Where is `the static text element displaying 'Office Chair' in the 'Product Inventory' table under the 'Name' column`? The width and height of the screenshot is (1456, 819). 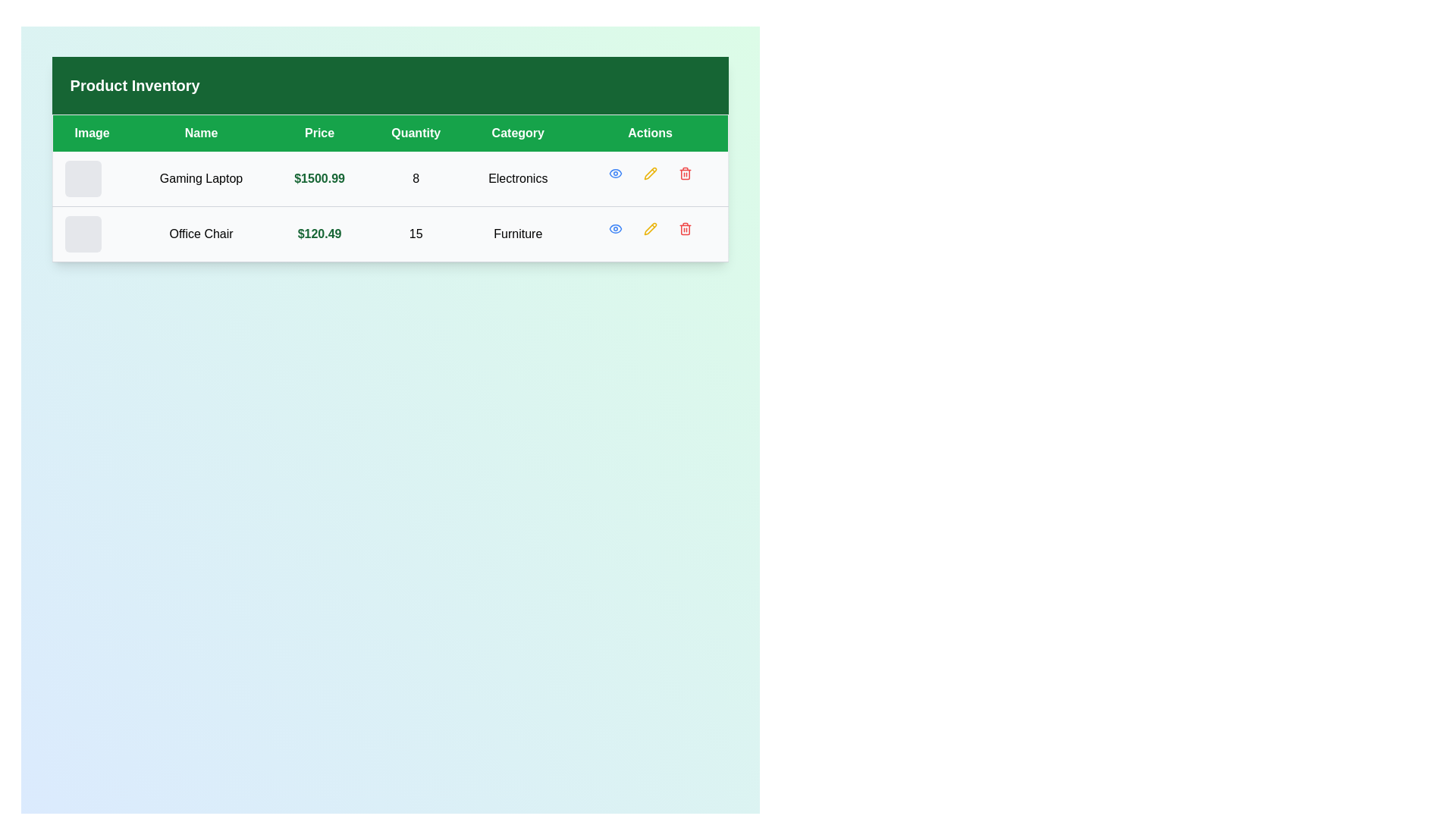 the static text element displaying 'Office Chair' in the 'Product Inventory' table under the 'Name' column is located at coordinates (200, 234).